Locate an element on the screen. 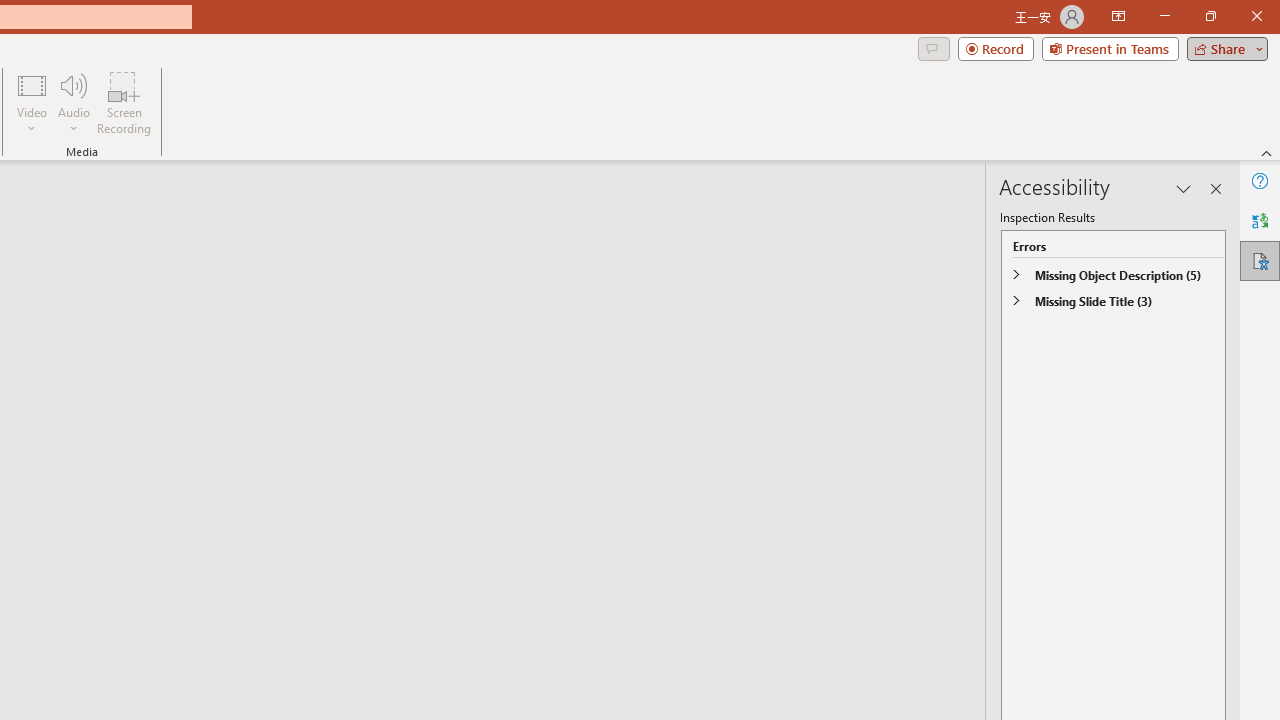 The image size is (1280, 720). 'Present in Teams' is located at coordinates (1109, 47).